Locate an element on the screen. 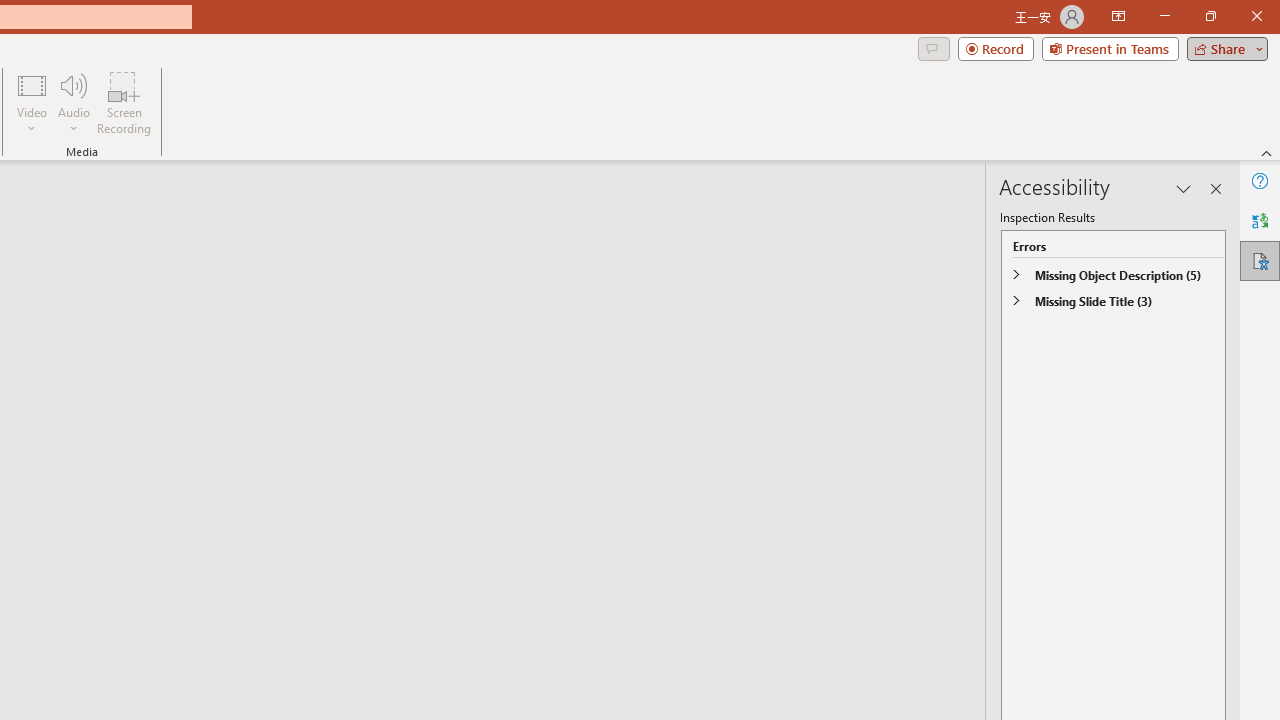 The image size is (1280, 720). 'Present in Teams' is located at coordinates (1109, 47).